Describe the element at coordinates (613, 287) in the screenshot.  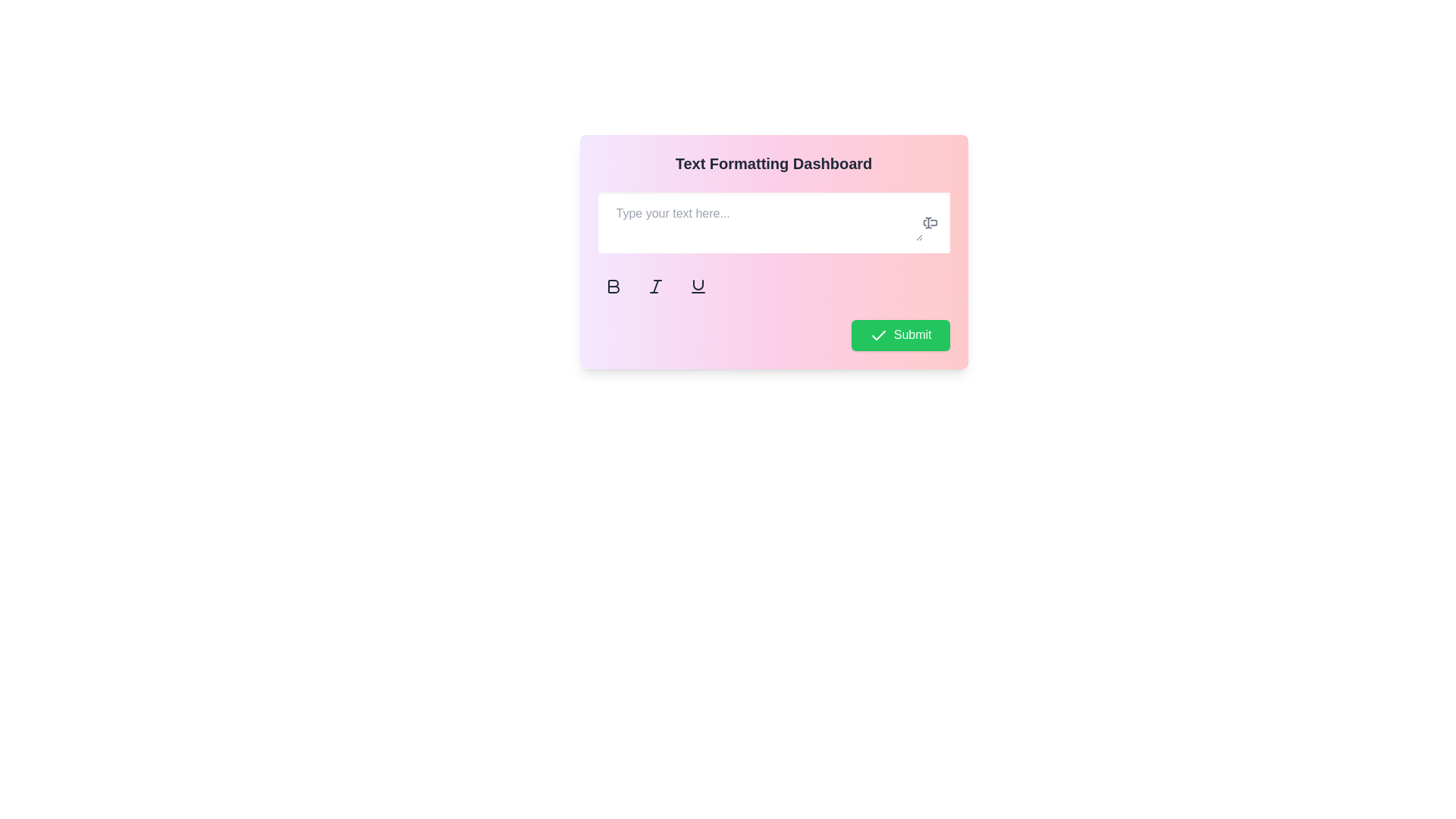
I see `the first button from left to right in a group of three buttons that toggles bold formatting for selected text, located directly underneath the text input field` at that location.